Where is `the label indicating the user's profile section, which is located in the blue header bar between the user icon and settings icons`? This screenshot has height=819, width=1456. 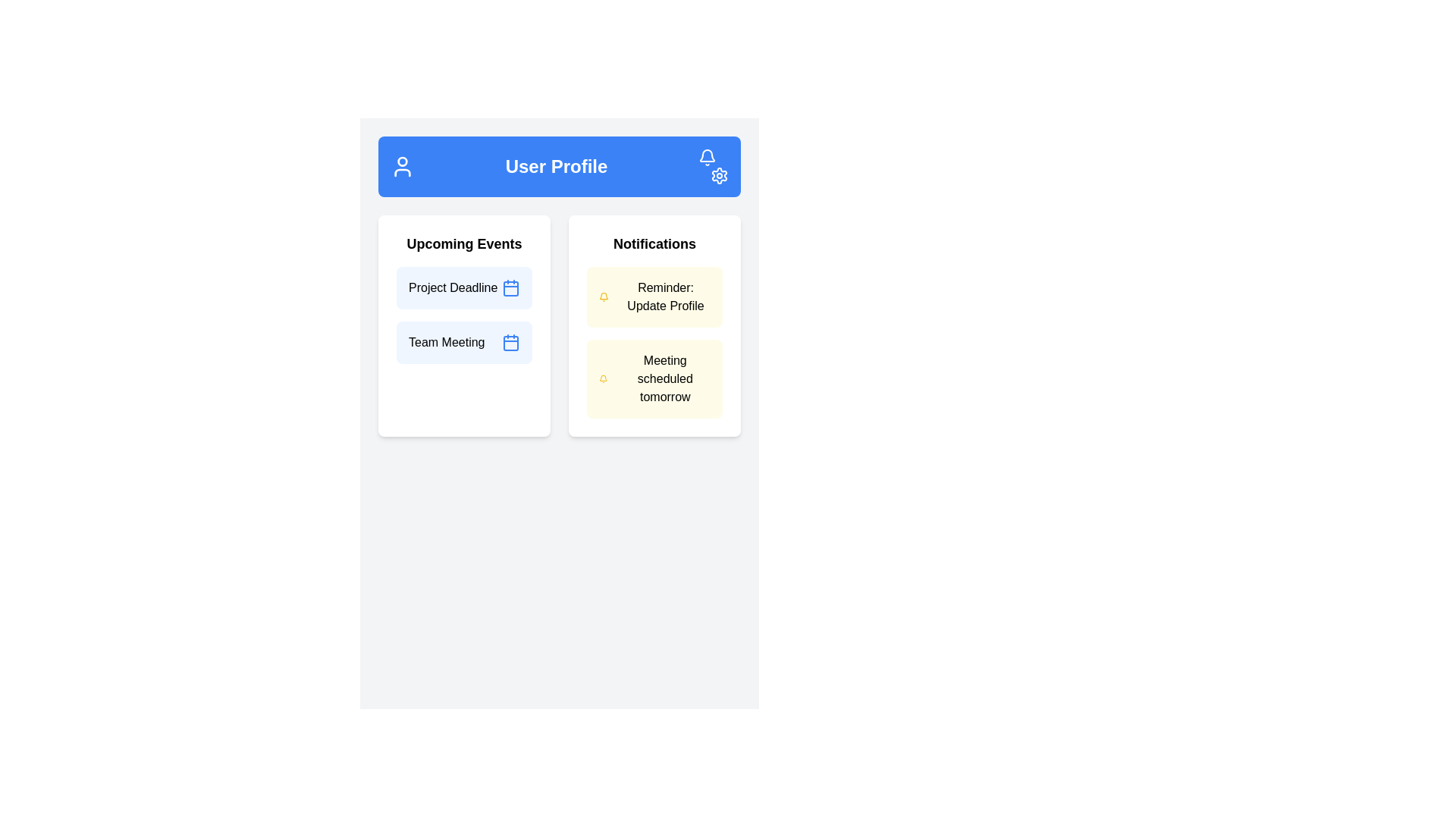
the label indicating the user's profile section, which is located in the blue header bar between the user icon and settings icons is located at coordinates (556, 166).